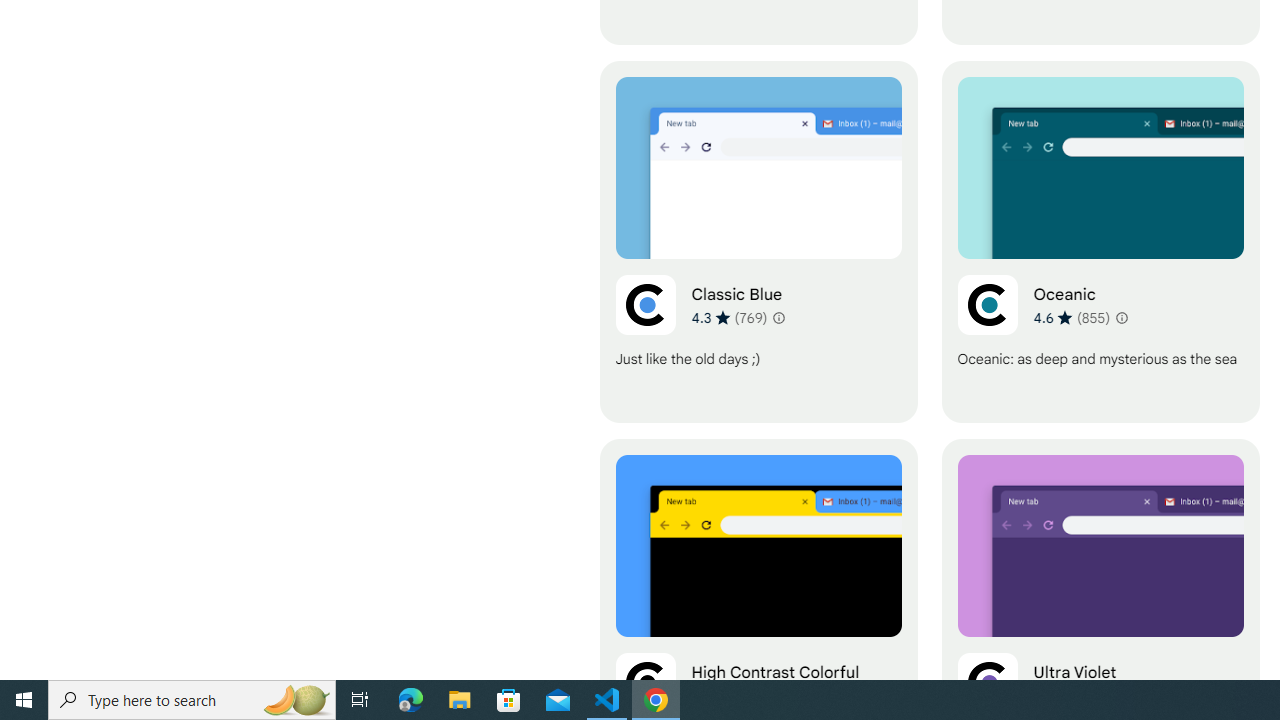  I want to click on 'Oceanic', so click(1099, 241).